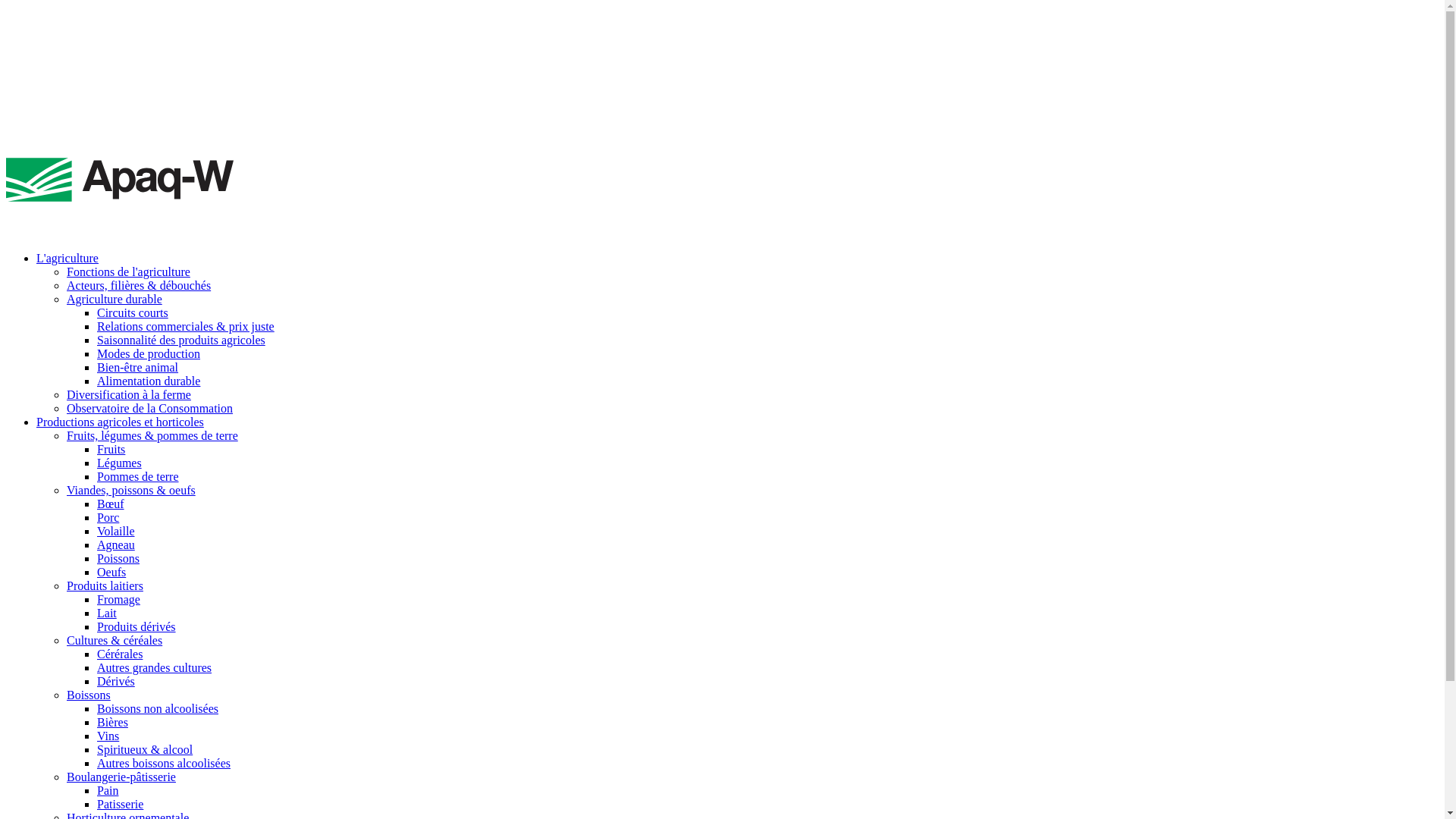  Describe the element at coordinates (107, 516) in the screenshot. I see `'Porc'` at that location.